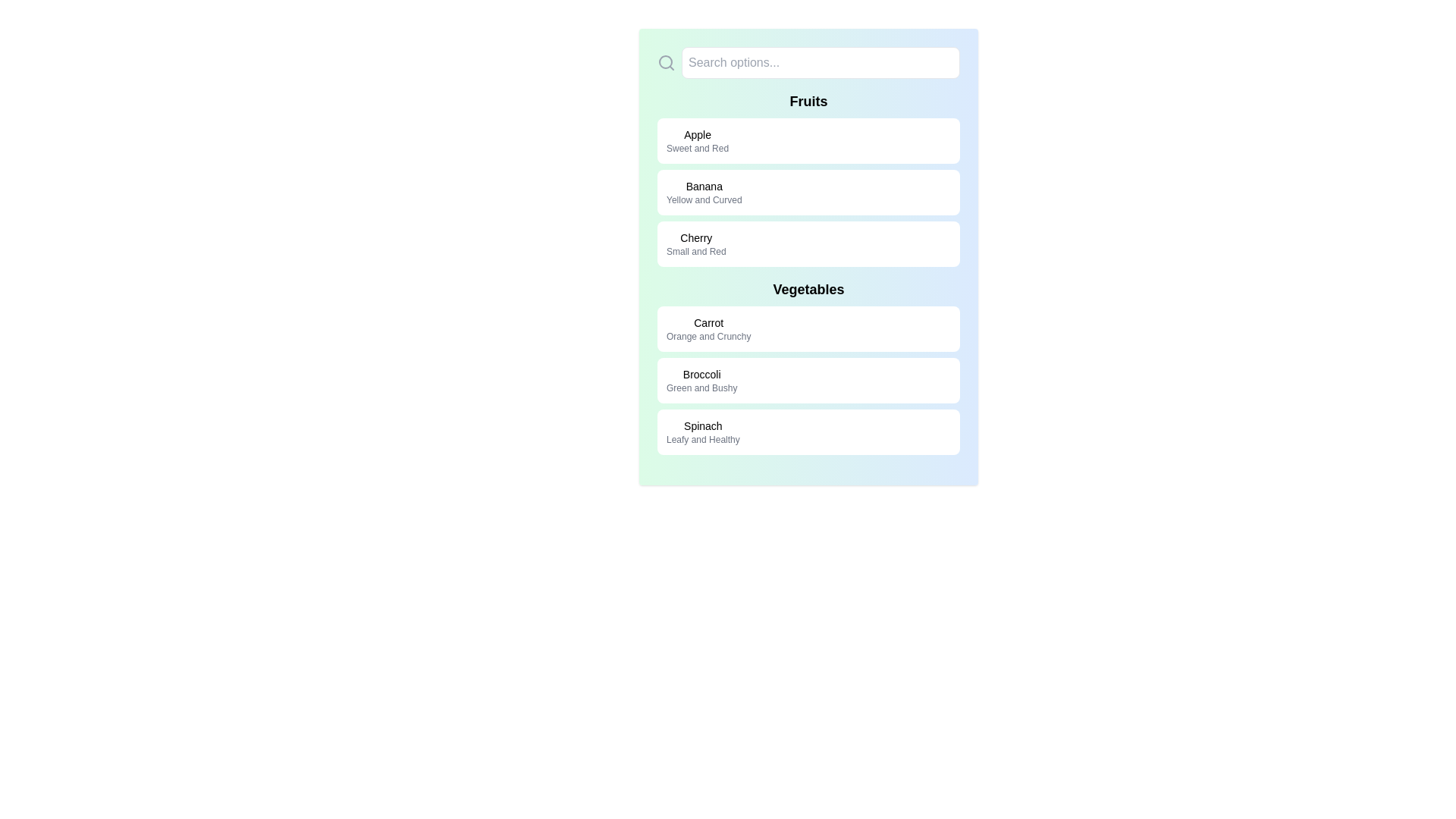 Image resolution: width=1456 pixels, height=819 pixels. What do you see at coordinates (695, 243) in the screenshot?
I see `on the informational text block displaying 'Cherry' in bold, which is located in the third row of the 'Fruits' list` at bounding box center [695, 243].